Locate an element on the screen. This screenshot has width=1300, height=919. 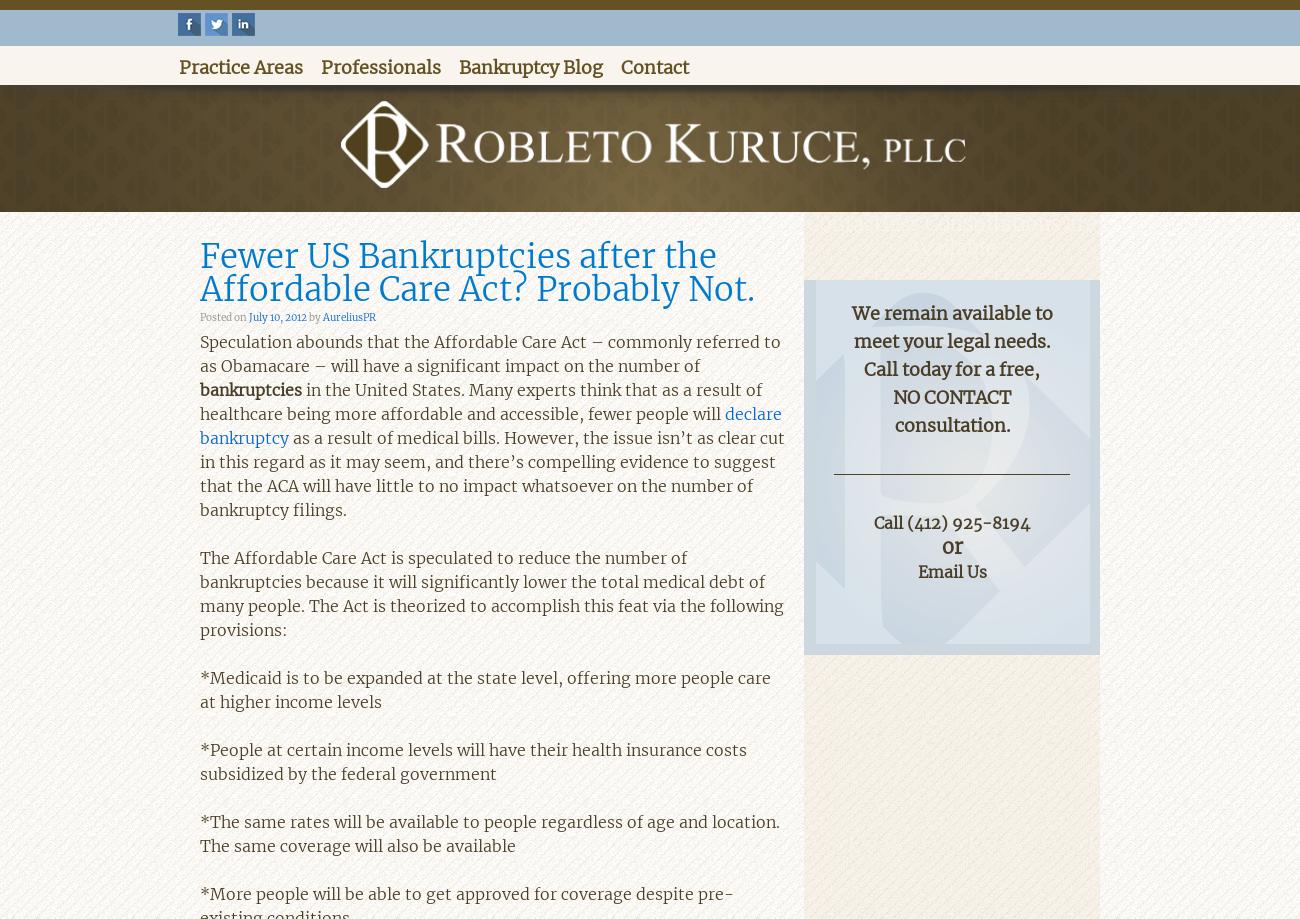
'*People at certain income levels will have their health insurance costs subsidized by the federal government' is located at coordinates (472, 761).